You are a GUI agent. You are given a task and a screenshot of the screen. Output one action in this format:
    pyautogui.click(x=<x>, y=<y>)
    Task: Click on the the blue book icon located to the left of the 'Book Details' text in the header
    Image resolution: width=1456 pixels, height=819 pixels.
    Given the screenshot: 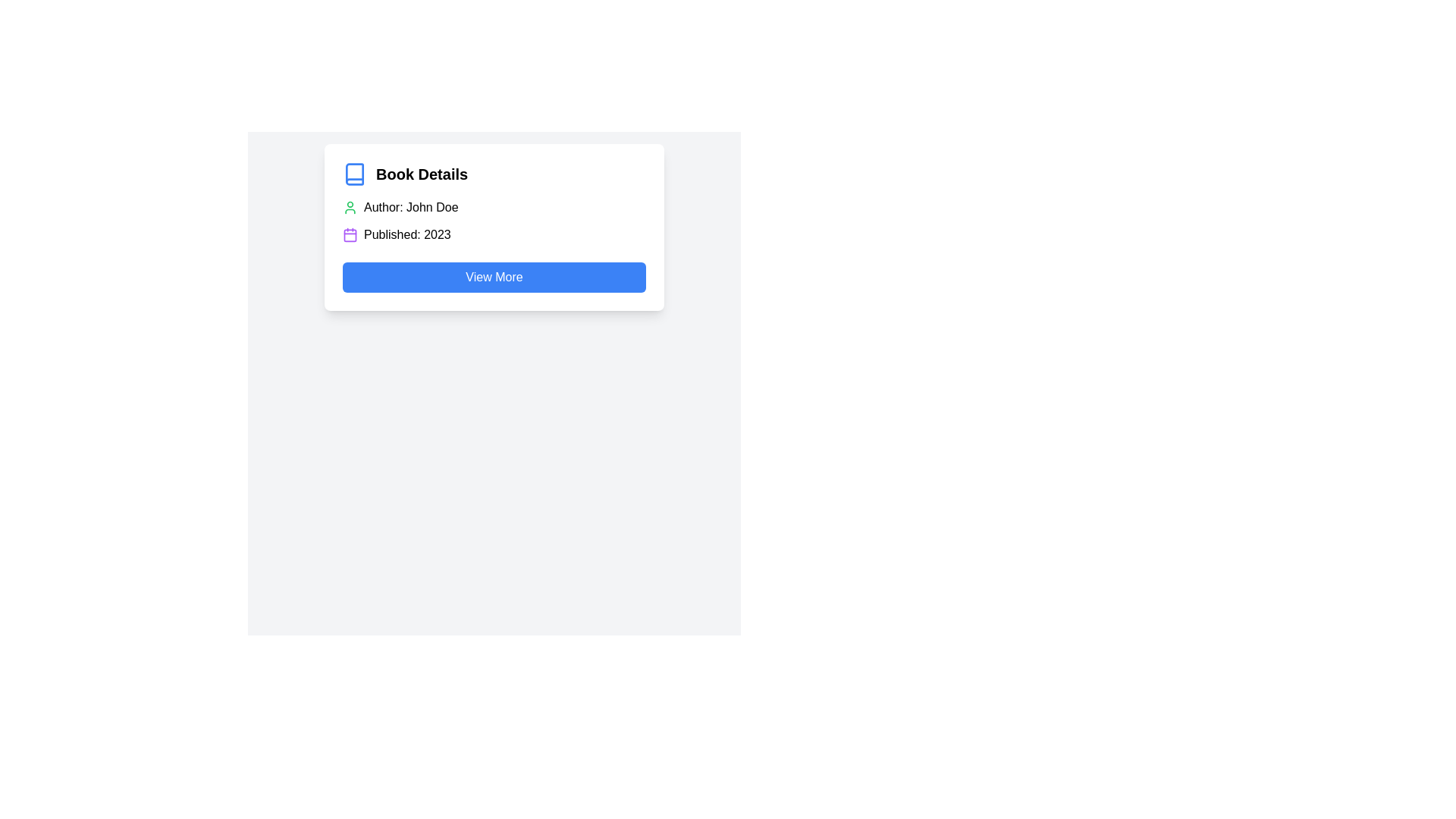 What is the action you would take?
    pyautogui.click(x=353, y=174)
    